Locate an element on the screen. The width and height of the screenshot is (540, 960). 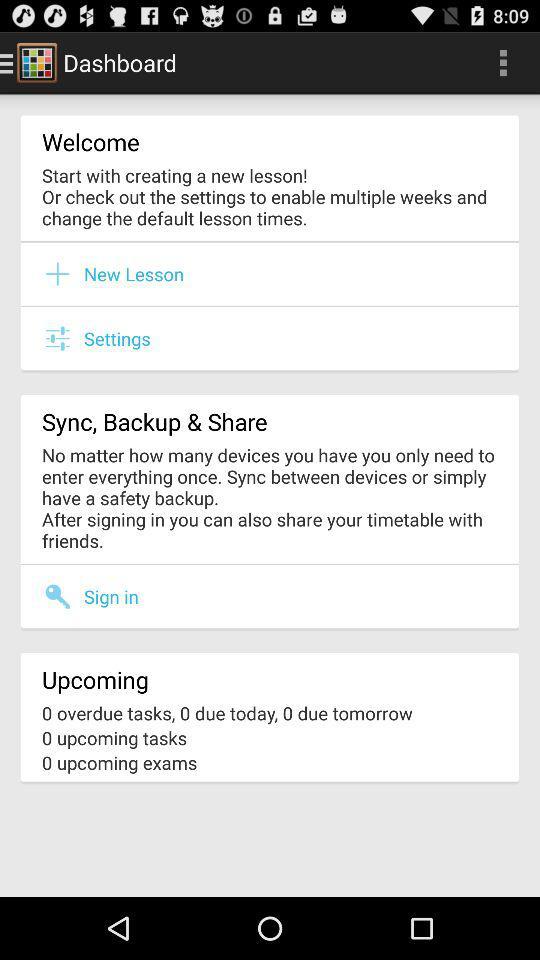
the no matter how is located at coordinates (270, 496).